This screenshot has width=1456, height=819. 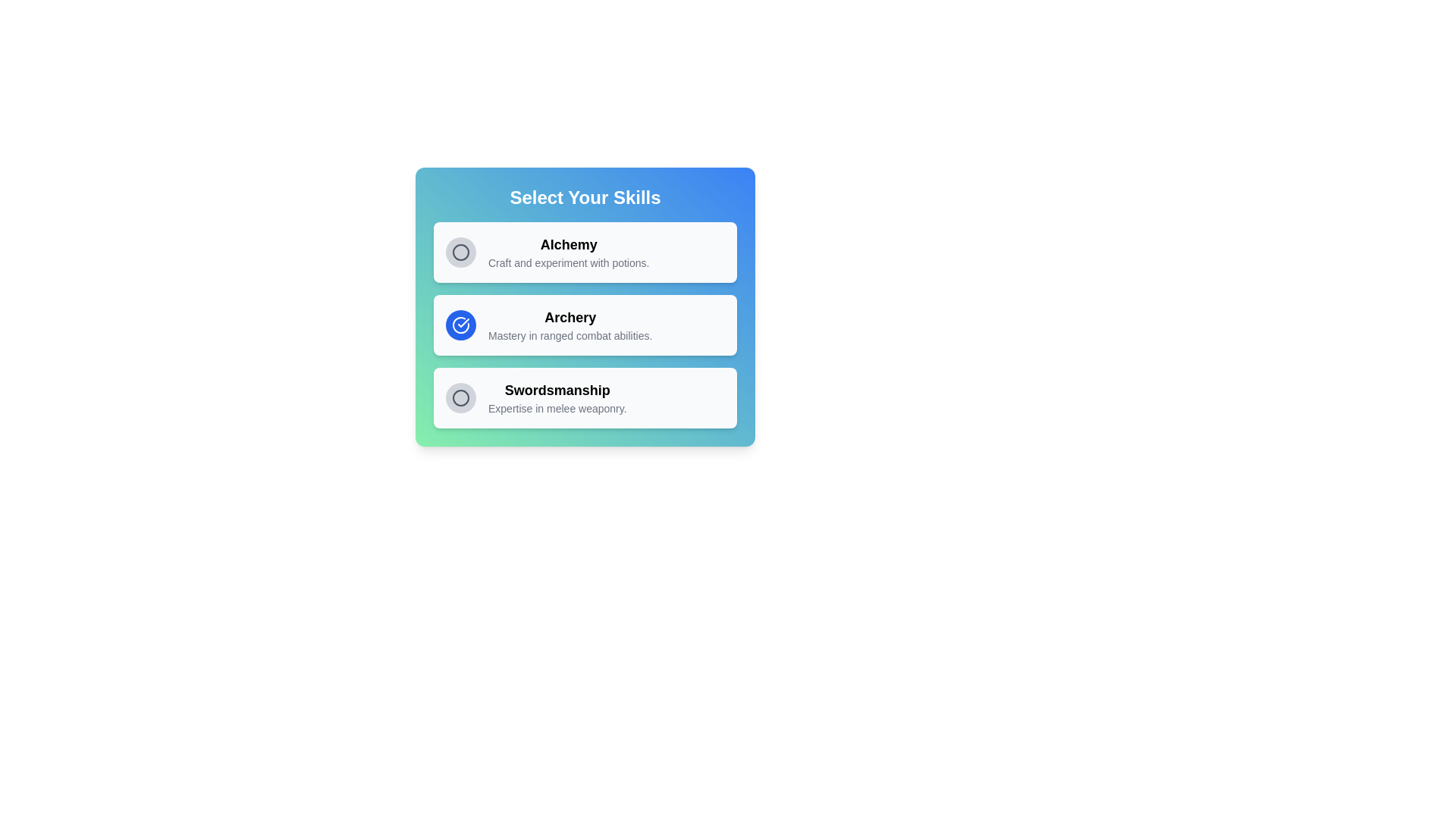 I want to click on the skill Swordsmanship, so click(x=460, y=397).